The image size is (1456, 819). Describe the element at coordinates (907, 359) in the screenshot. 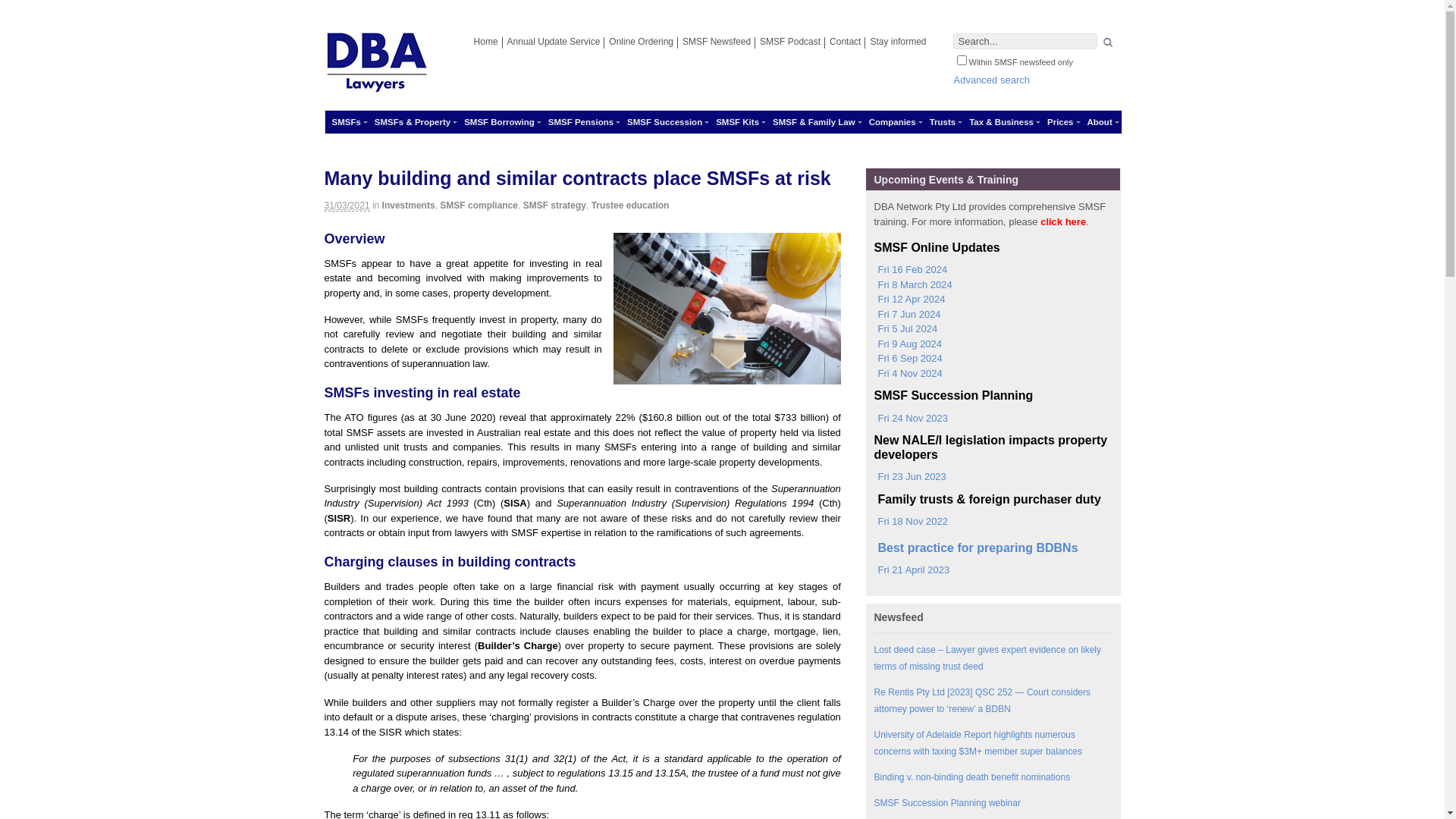

I see `'Fri 6 Sep 2024'` at that location.